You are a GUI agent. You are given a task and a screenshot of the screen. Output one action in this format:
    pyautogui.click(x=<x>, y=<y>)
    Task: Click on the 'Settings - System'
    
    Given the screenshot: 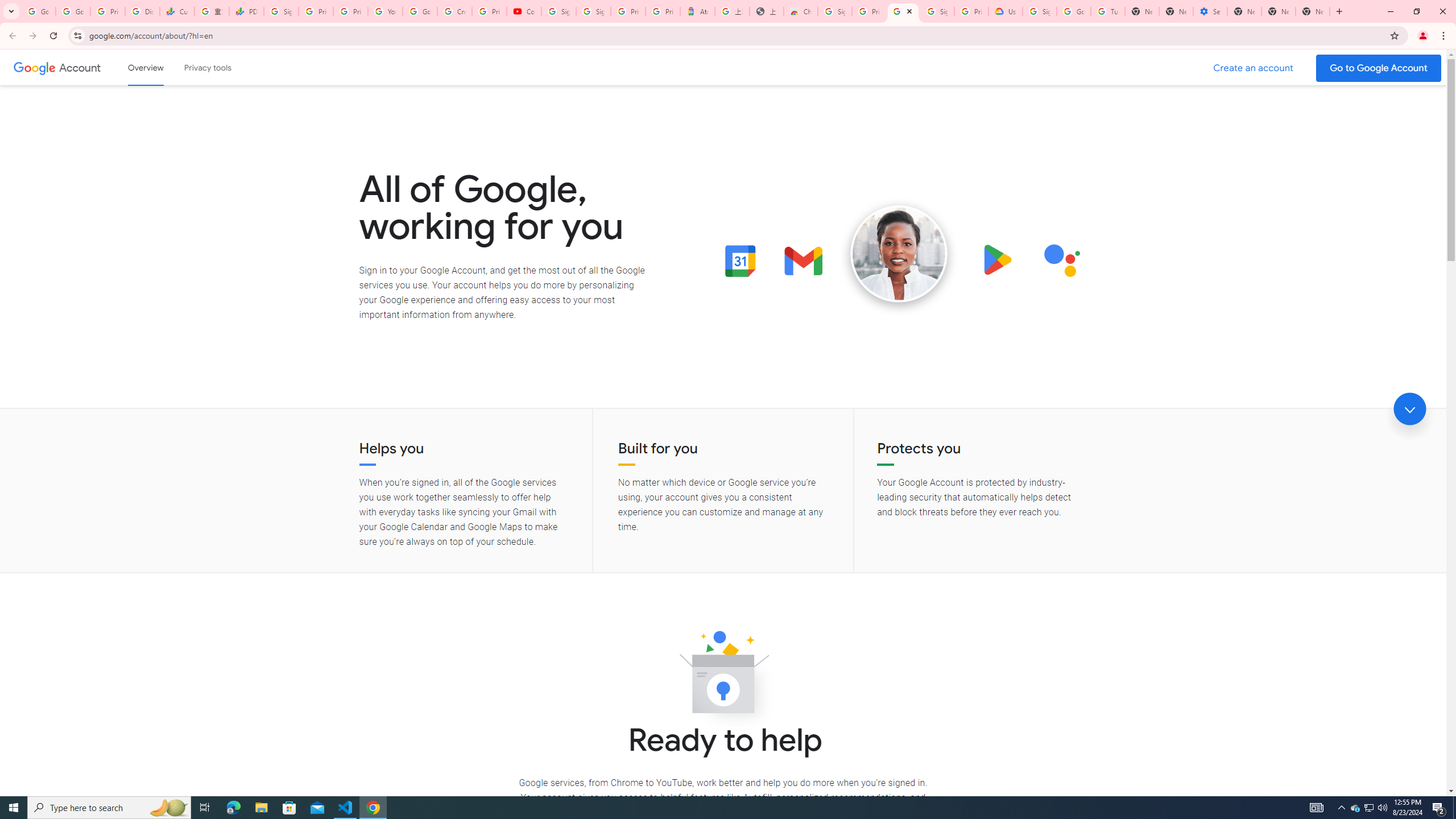 What is the action you would take?
    pyautogui.click(x=1210, y=11)
    